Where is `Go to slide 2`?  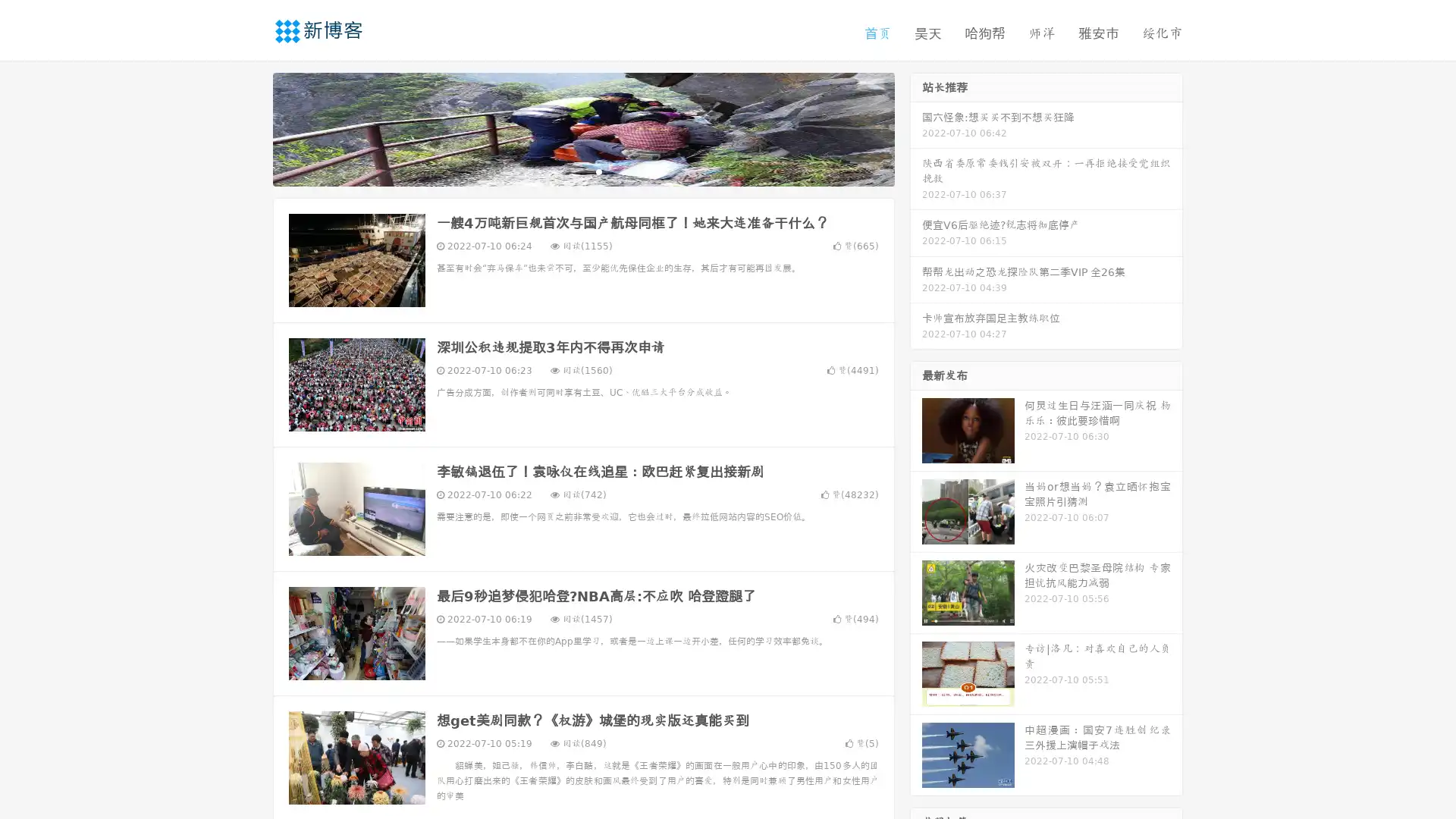 Go to slide 2 is located at coordinates (582, 171).